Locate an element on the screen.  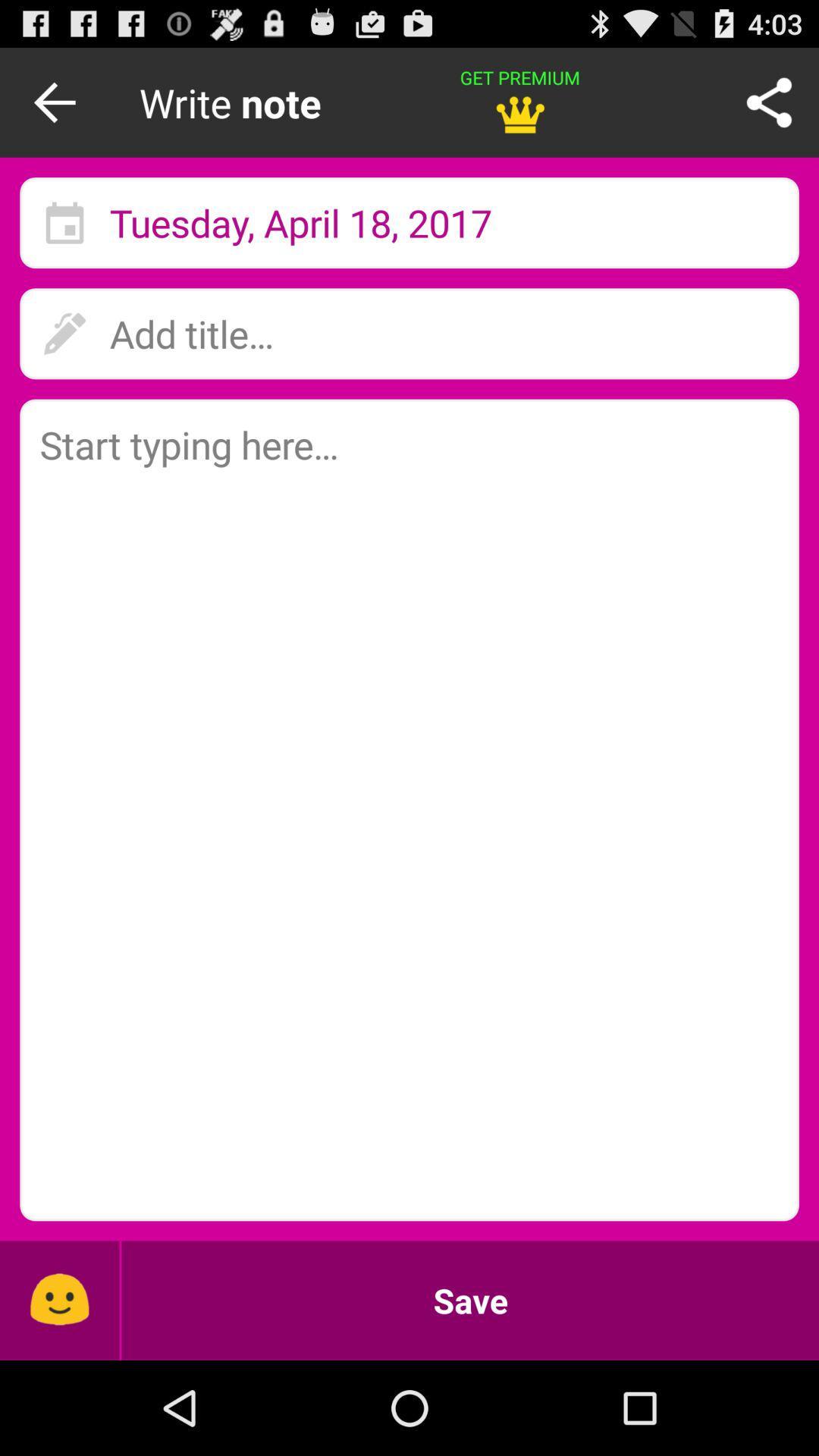
the emoji icon is located at coordinates (58, 1392).